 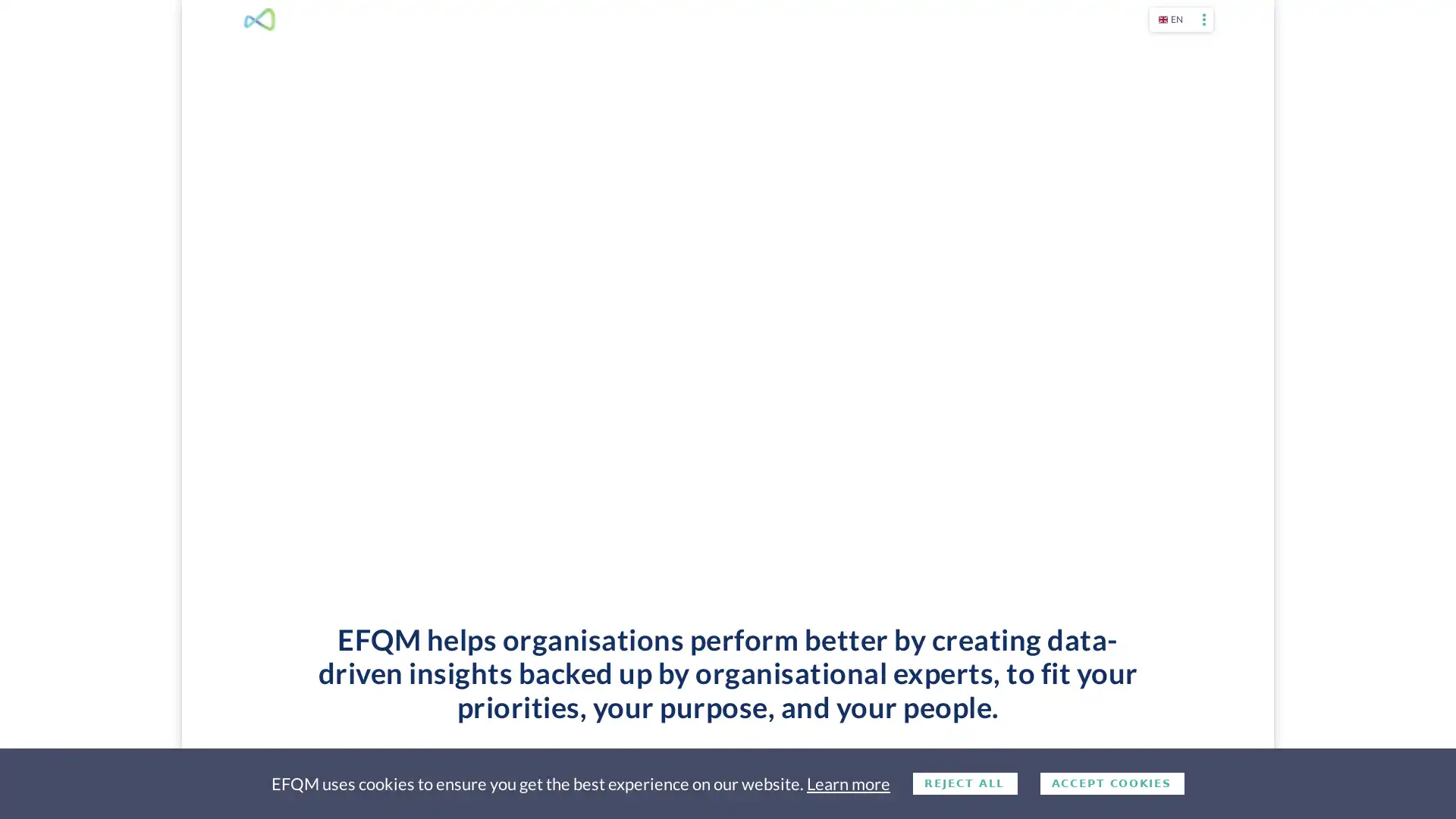 I want to click on Accept cookies, so click(x=1111, y=783).